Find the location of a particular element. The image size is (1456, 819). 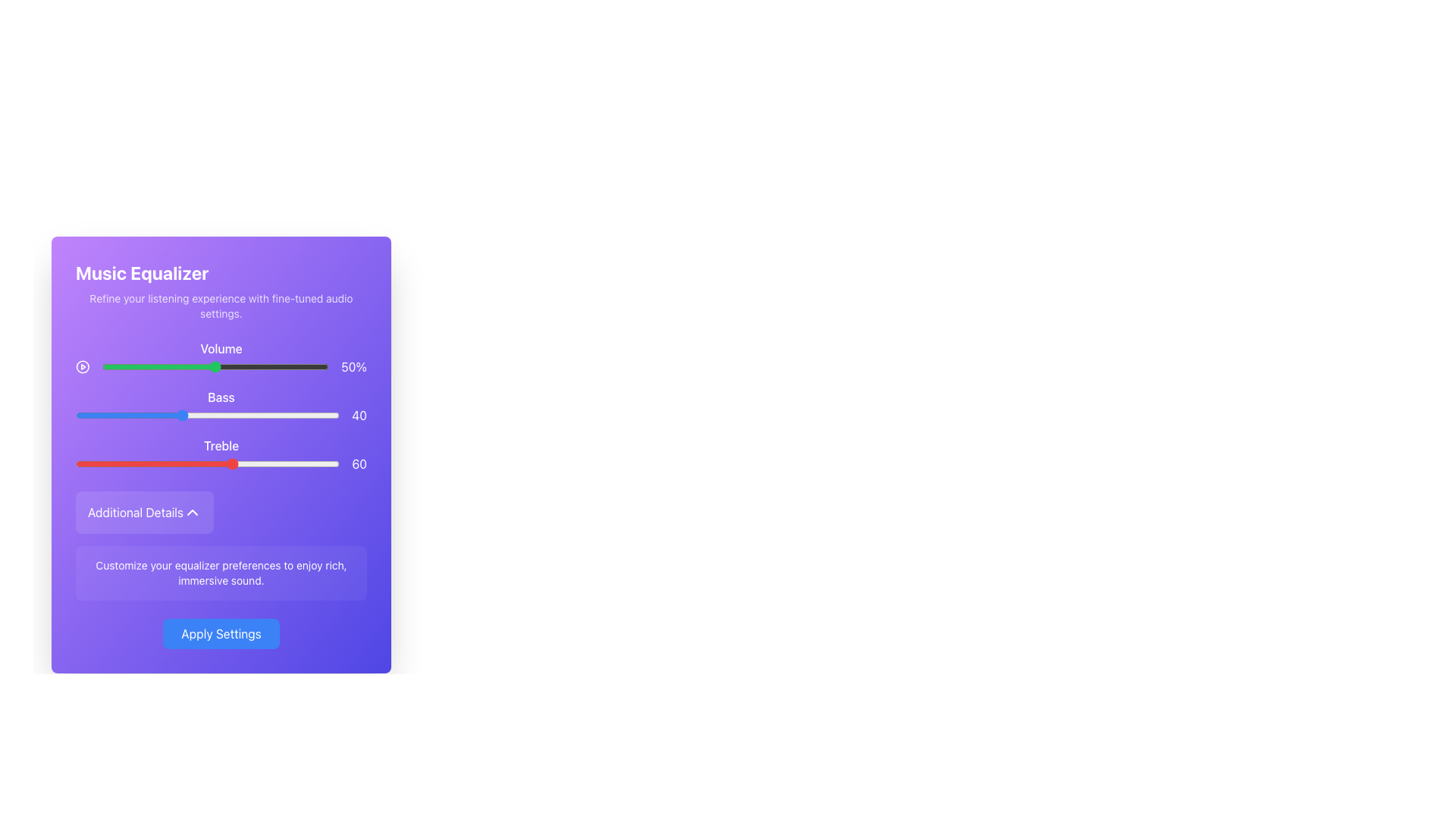

the Treble is located at coordinates (276, 463).